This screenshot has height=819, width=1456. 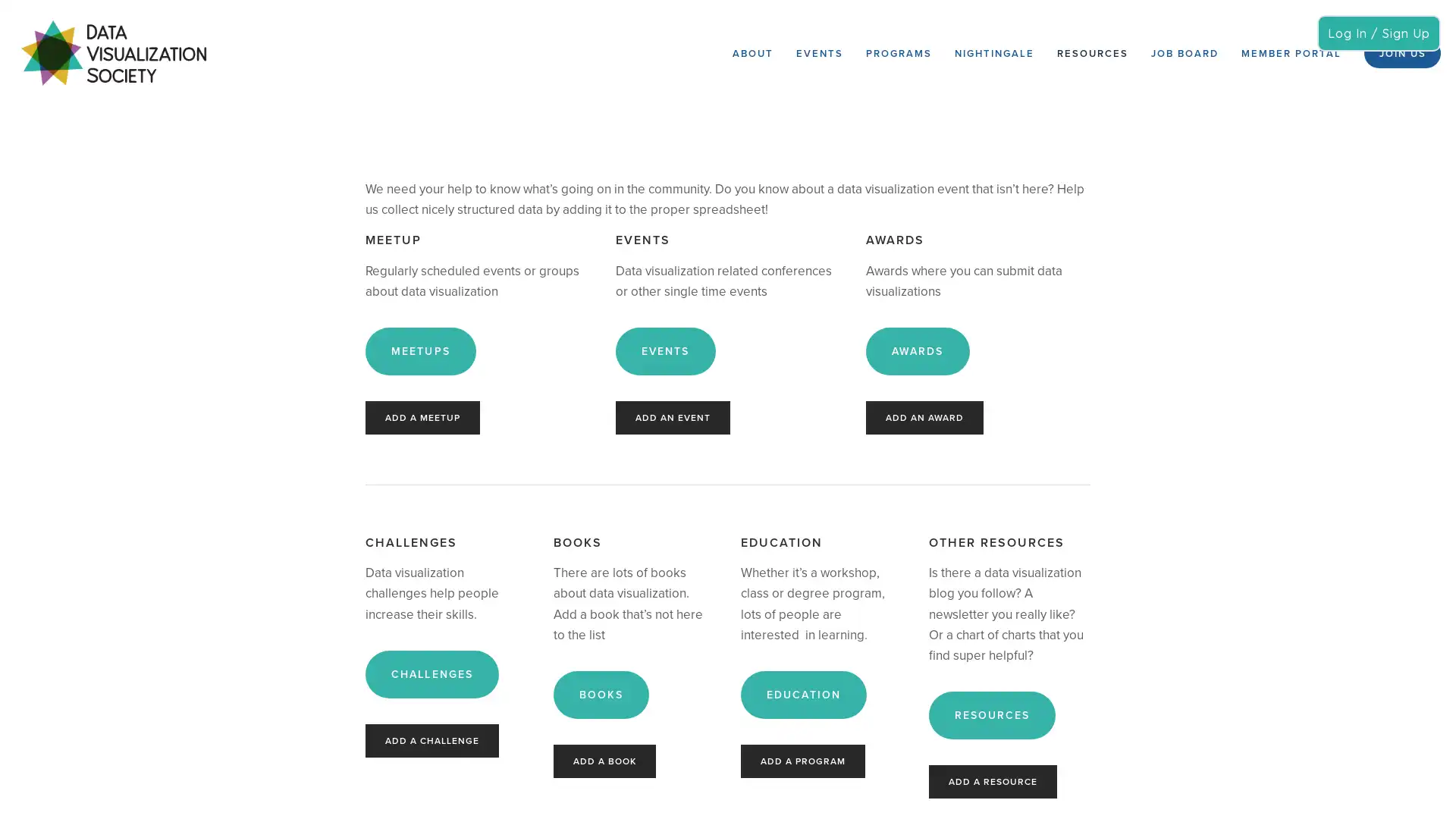 What do you see at coordinates (1379, 33) in the screenshot?
I see `Log In / Sign Up` at bounding box center [1379, 33].